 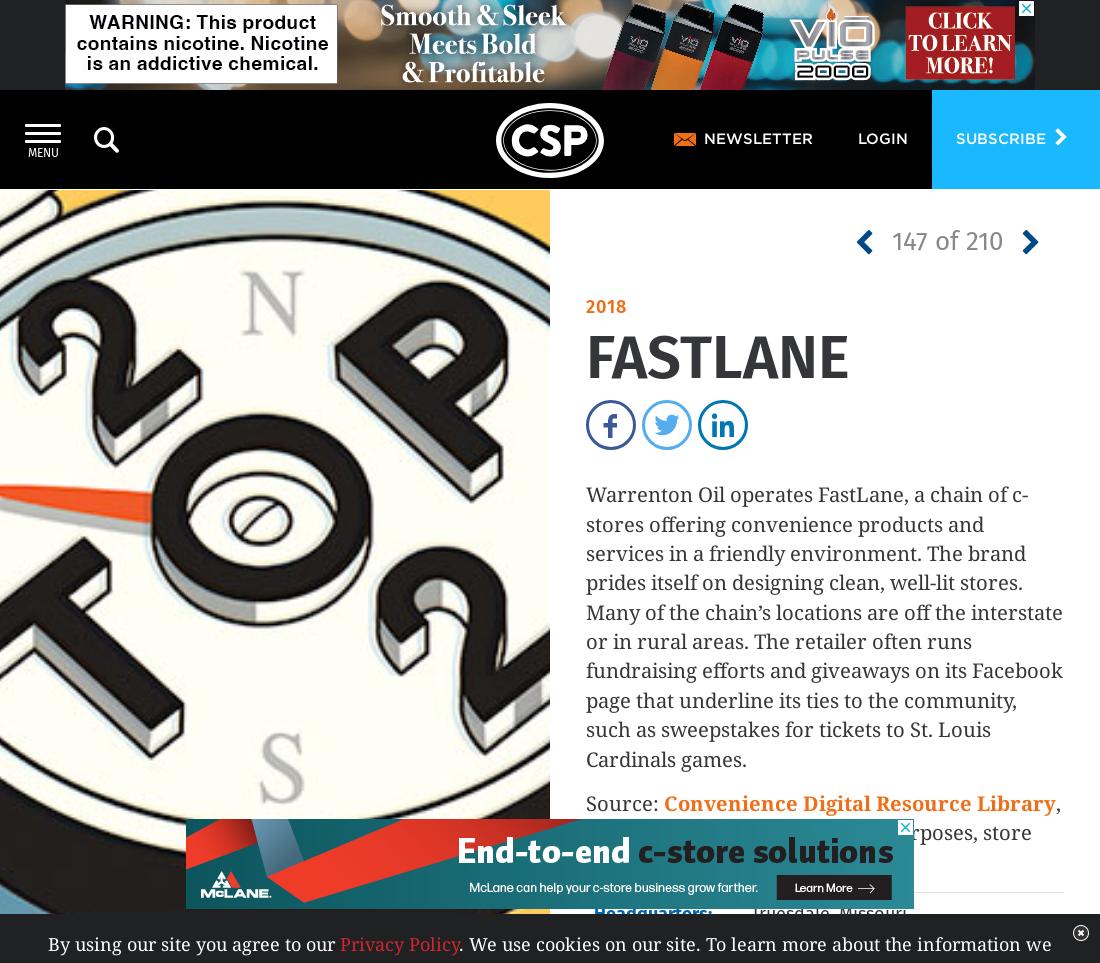 I want to click on '2018', so click(x=584, y=307).